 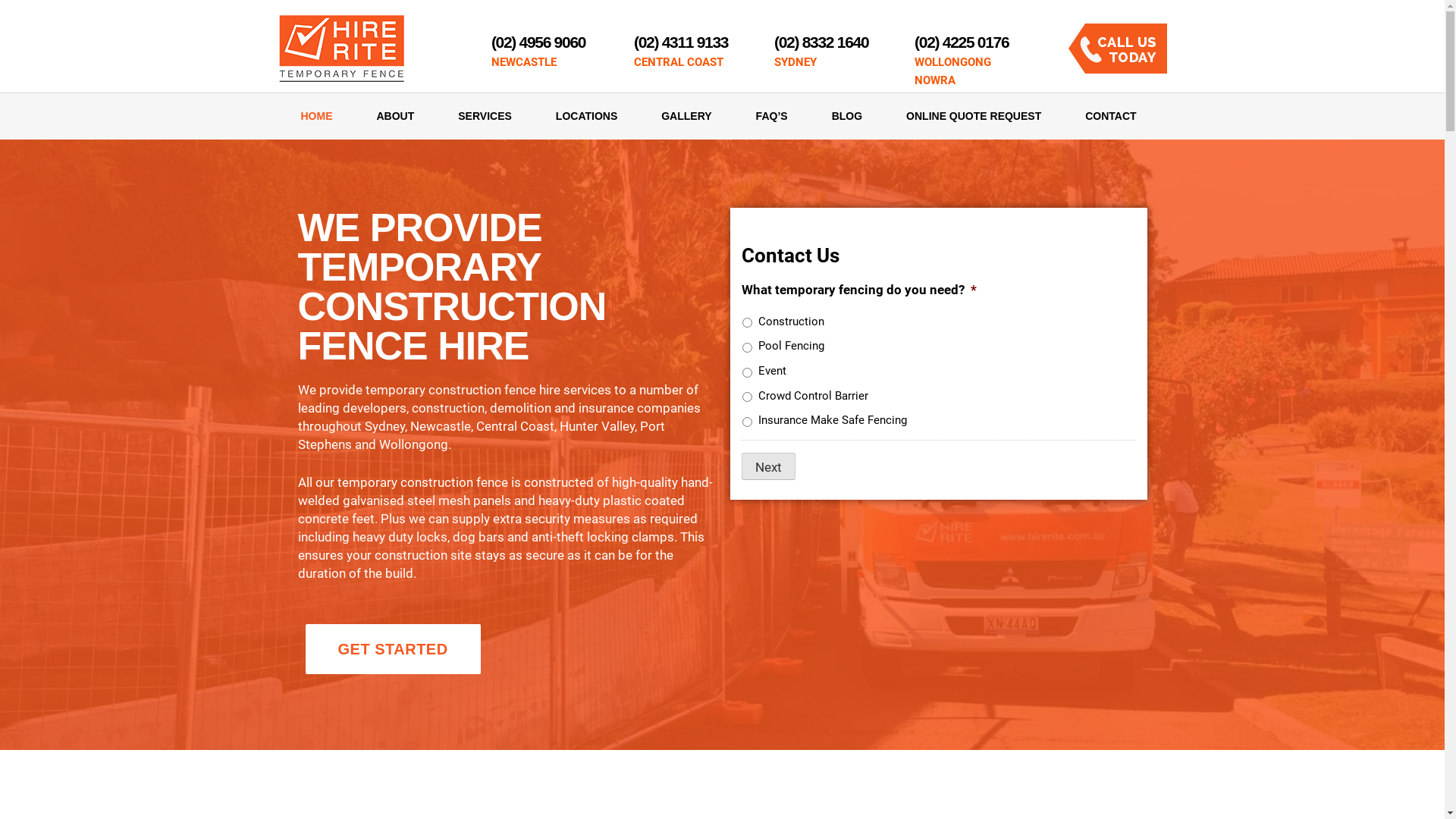 I want to click on 'SERVICES', so click(x=435, y=115).